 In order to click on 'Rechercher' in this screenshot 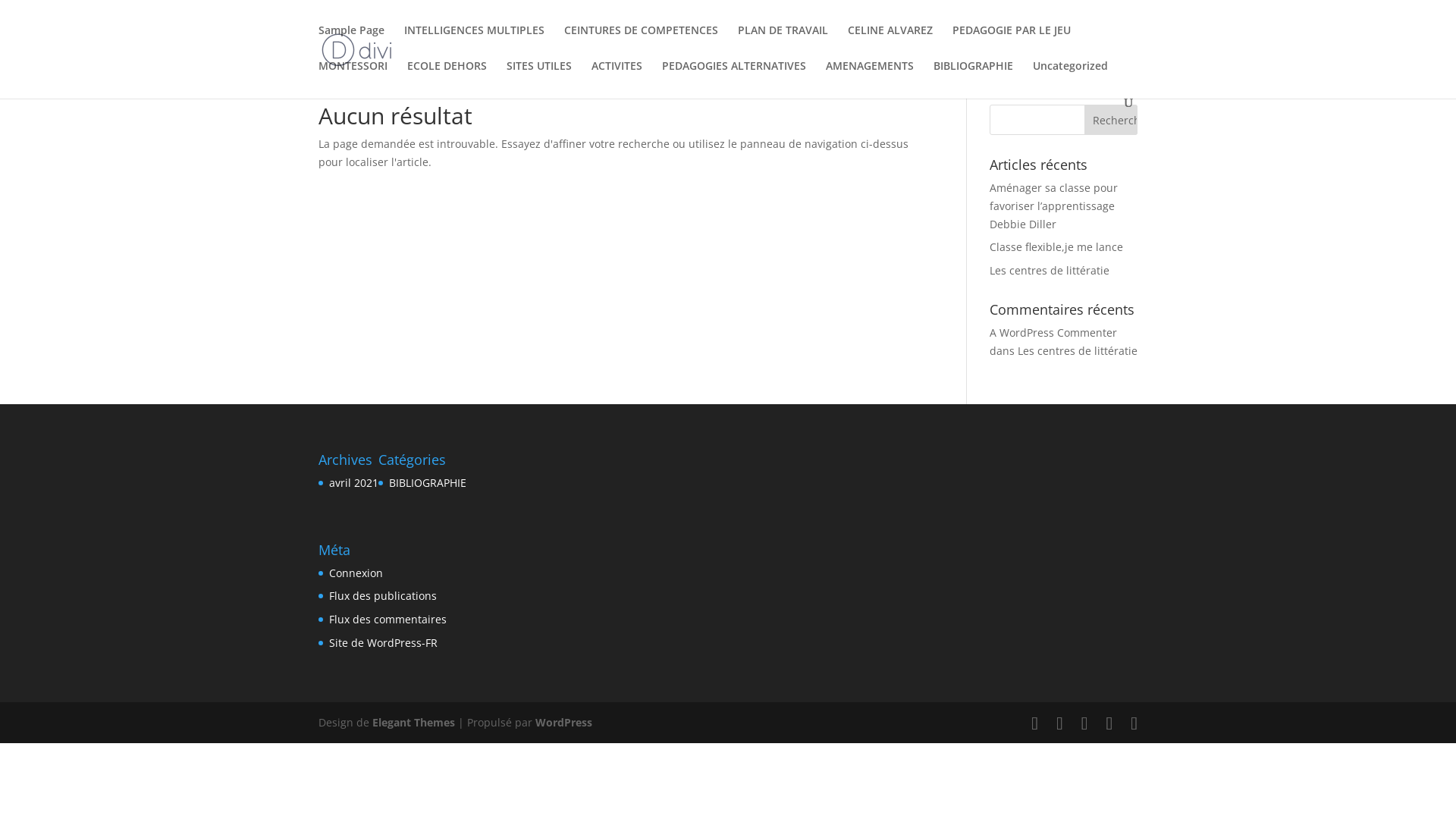, I will do `click(1110, 119)`.